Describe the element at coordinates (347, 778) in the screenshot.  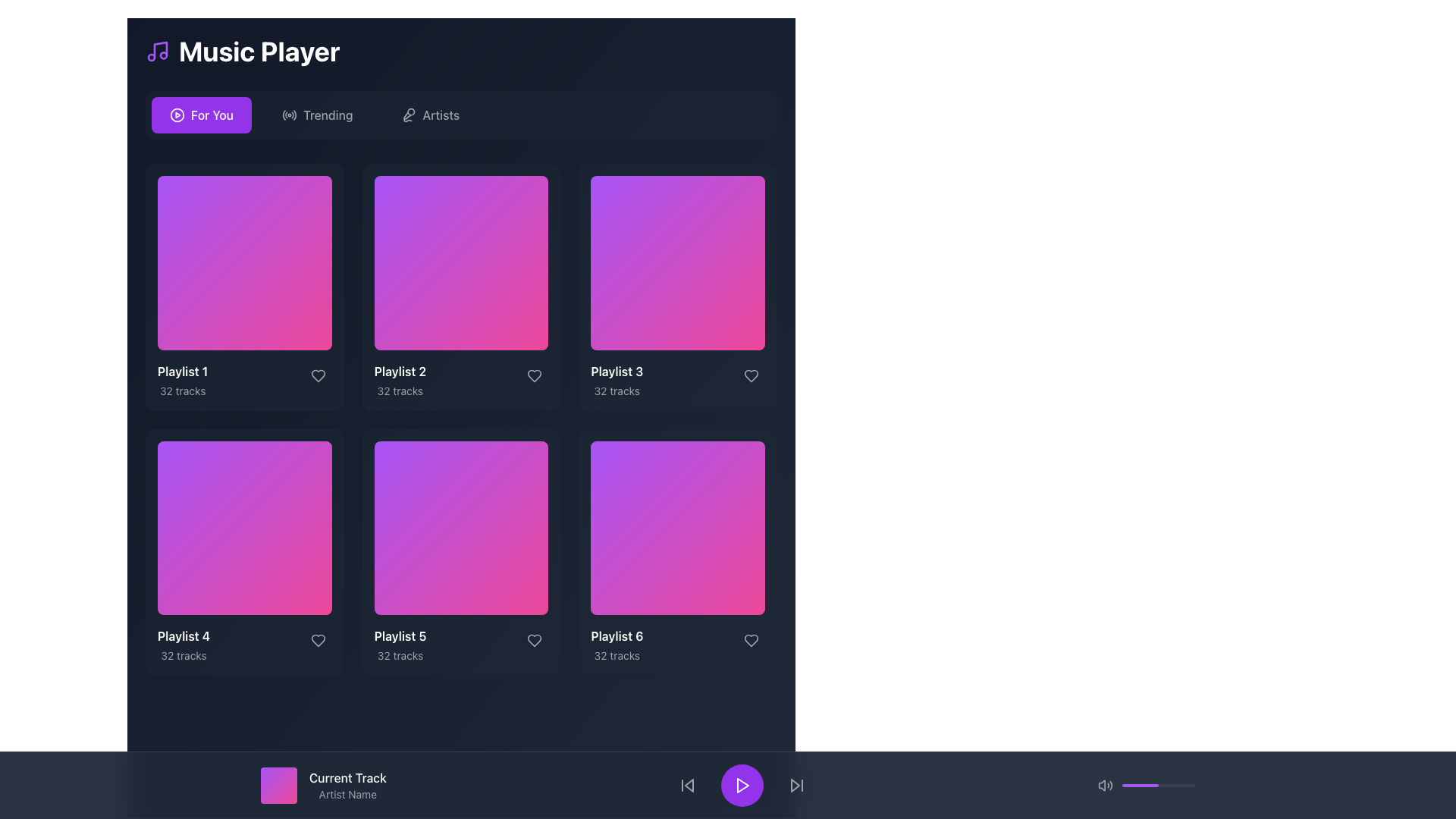
I see `'Current Track' text label, which is displayed in white, bold font at the bottom of the interface, next to a thumbnail icon and above the 'Artist Name.'` at that location.